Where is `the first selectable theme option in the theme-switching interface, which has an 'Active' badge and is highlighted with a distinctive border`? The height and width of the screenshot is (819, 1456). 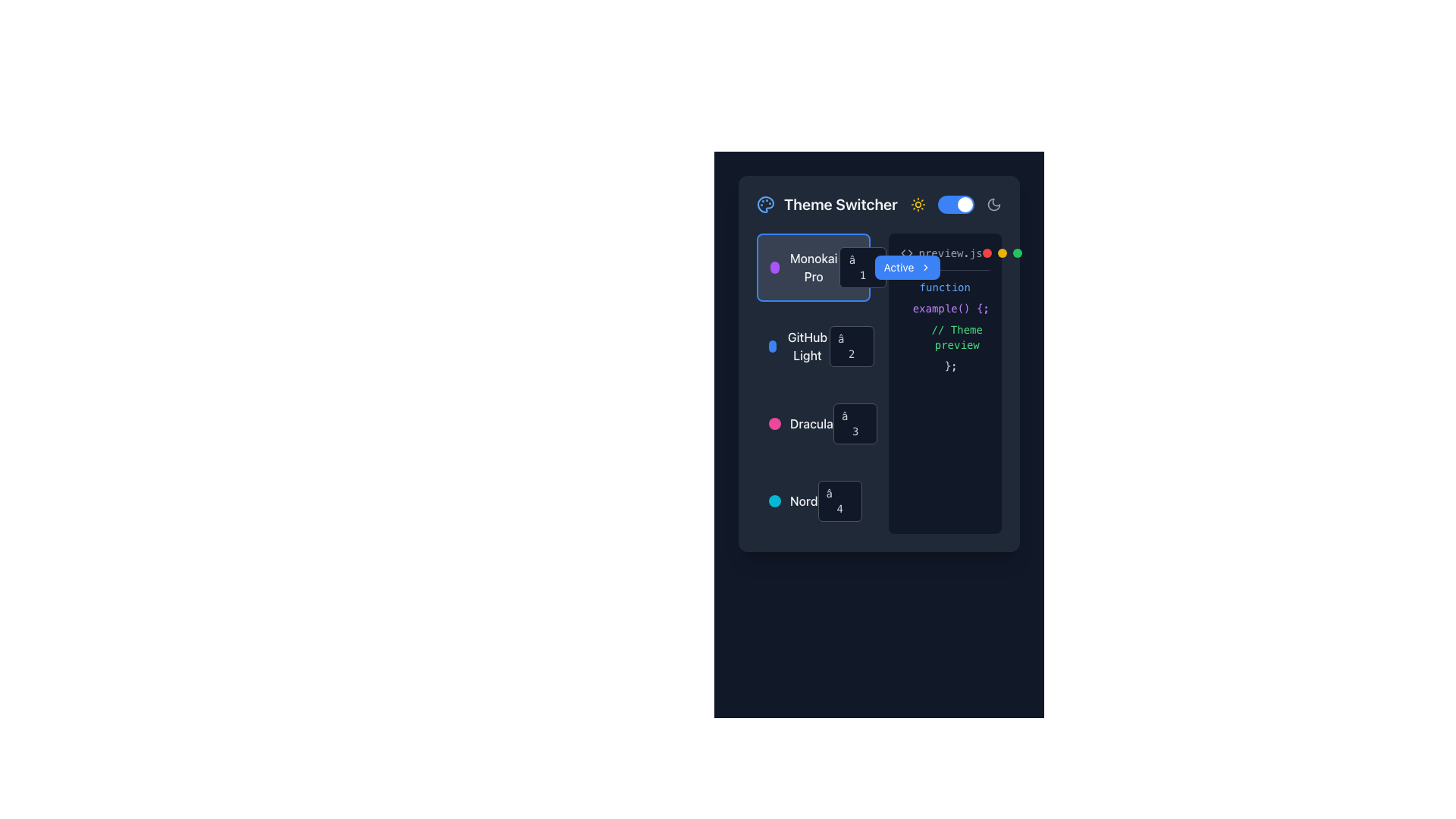
the first selectable theme option in the theme-switching interface, which has an 'Active' badge and is highlighted with a distinctive border is located at coordinates (812, 267).